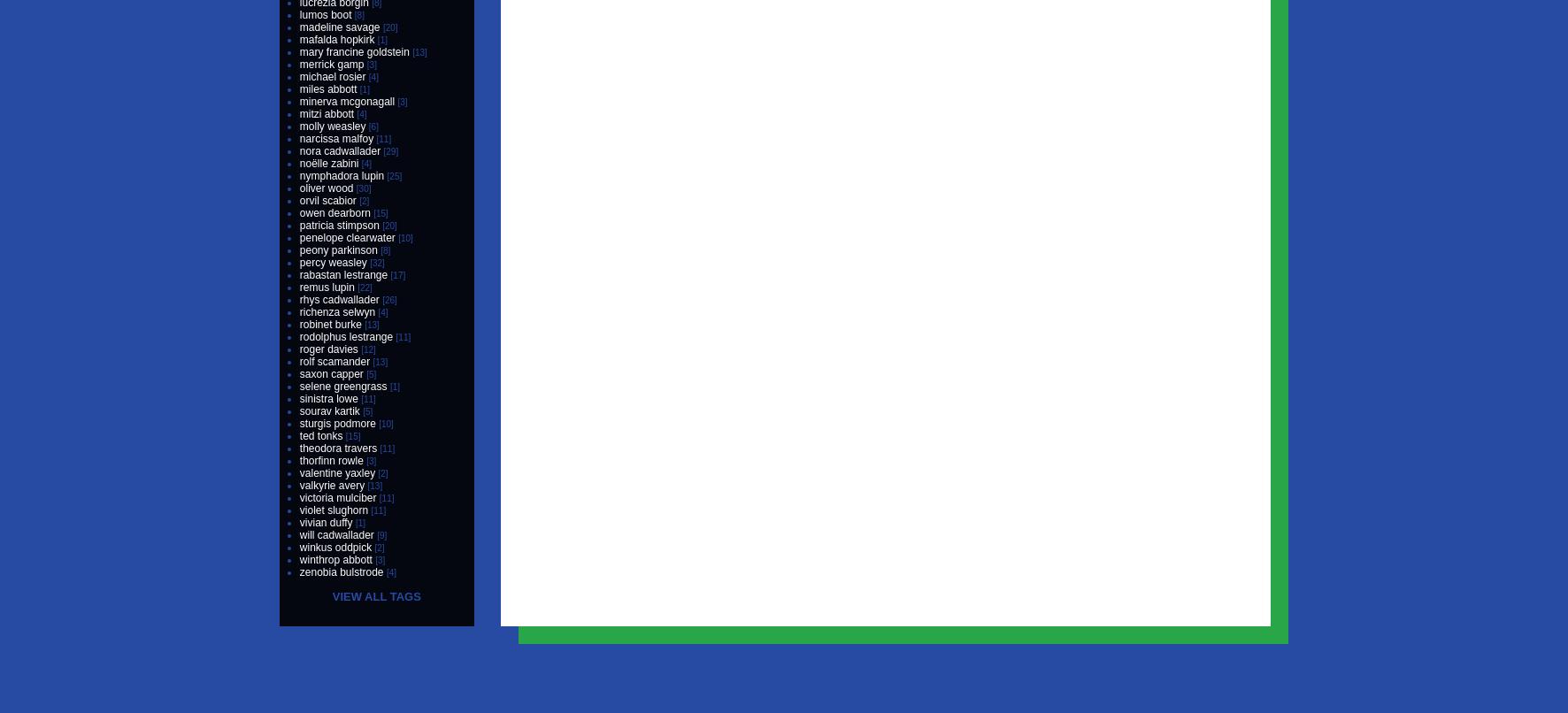 The image size is (1568, 713). What do you see at coordinates (336, 311) in the screenshot?
I see `'richenza selwyn'` at bounding box center [336, 311].